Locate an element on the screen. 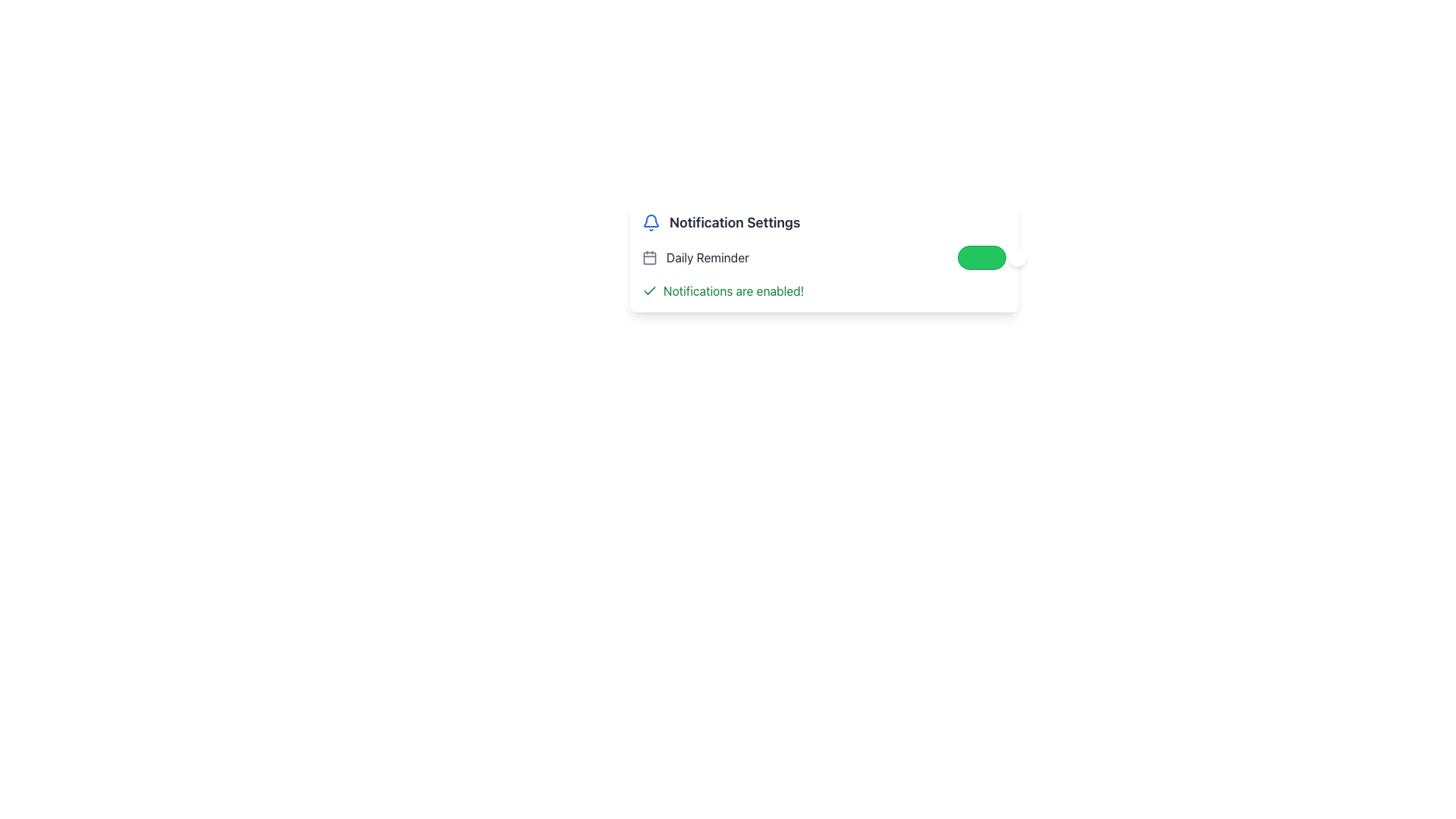 This screenshot has height=819, width=1456. the circular toggle handle located on the far right side of the toggle switch is located at coordinates (1018, 256).